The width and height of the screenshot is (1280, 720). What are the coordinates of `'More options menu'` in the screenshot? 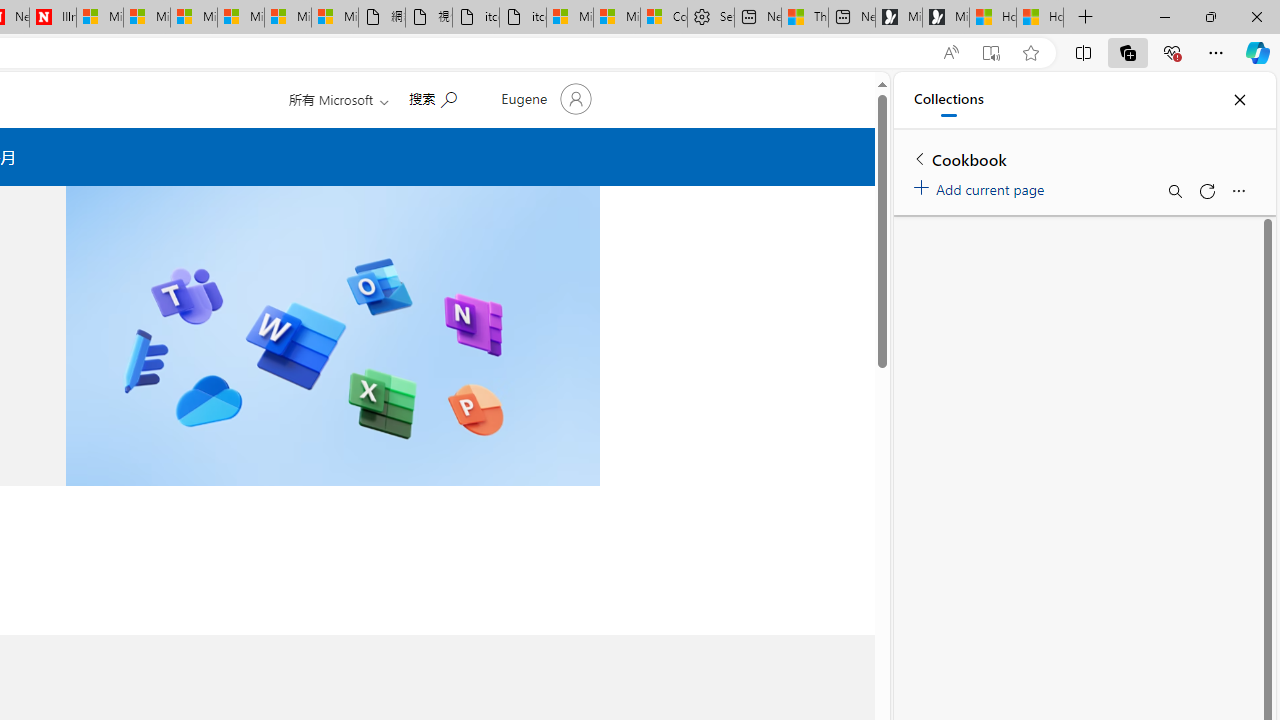 It's located at (1237, 191).